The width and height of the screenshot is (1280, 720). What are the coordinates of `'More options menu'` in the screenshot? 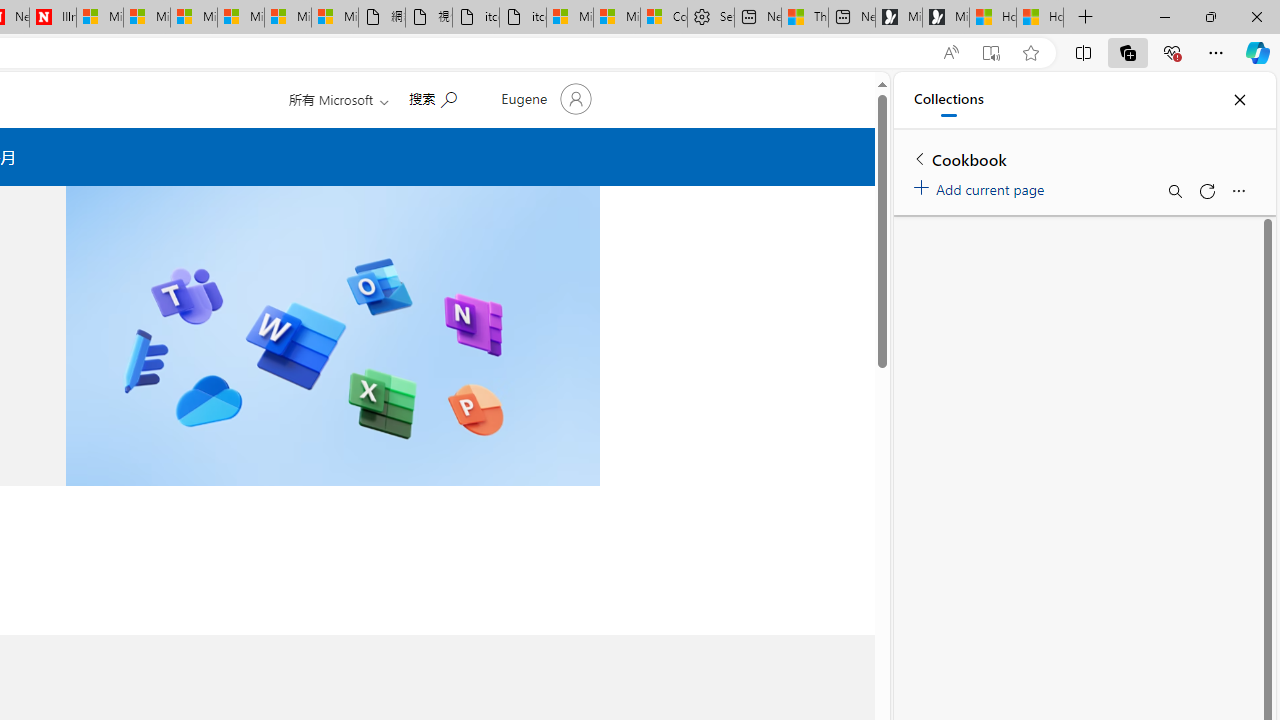 It's located at (1237, 191).